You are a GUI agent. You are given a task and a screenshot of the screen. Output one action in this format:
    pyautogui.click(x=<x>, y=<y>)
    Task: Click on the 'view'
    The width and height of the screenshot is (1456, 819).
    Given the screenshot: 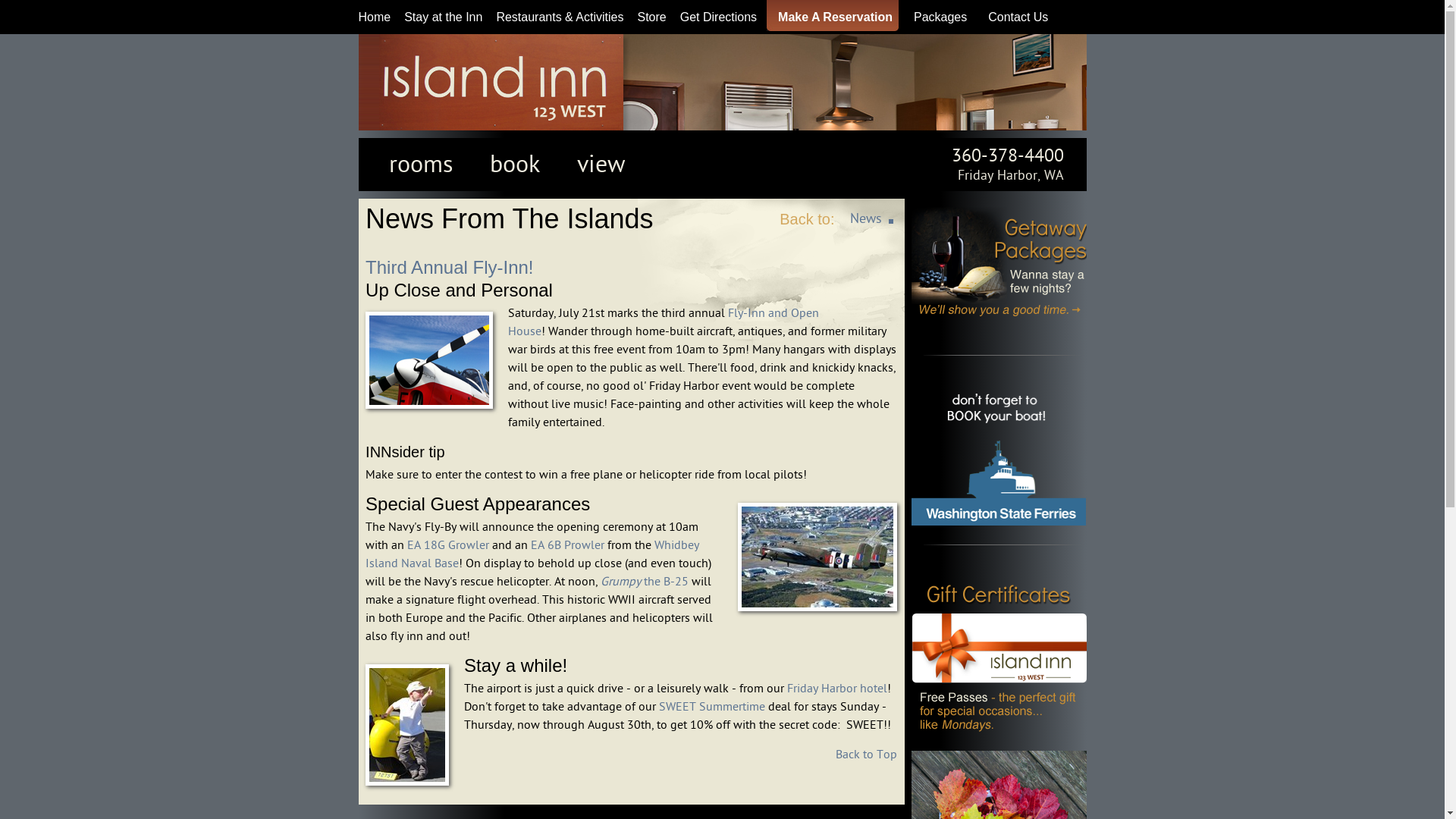 What is the action you would take?
    pyautogui.click(x=600, y=164)
    